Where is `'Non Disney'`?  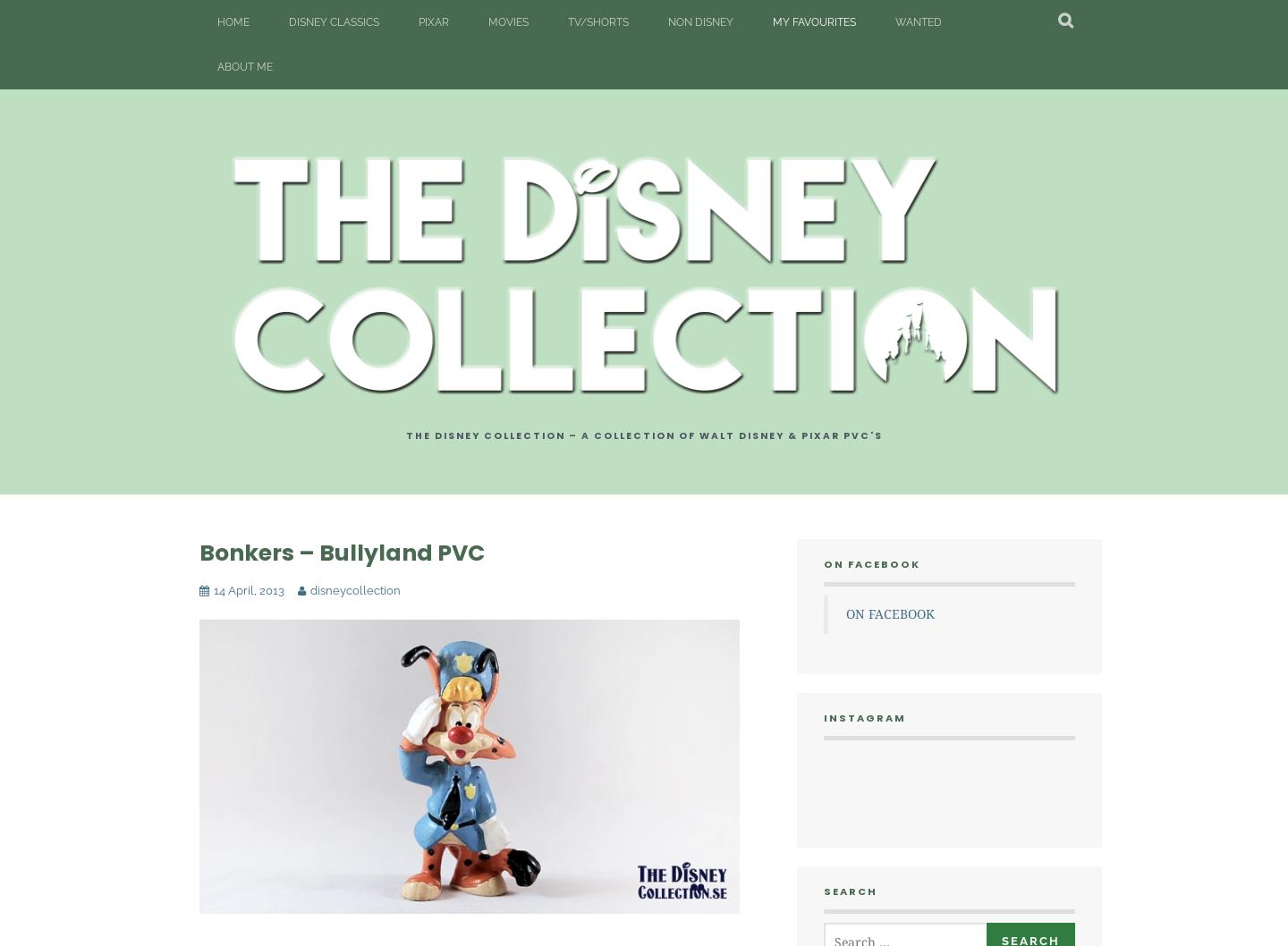 'Non Disney' is located at coordinates (700, 21).